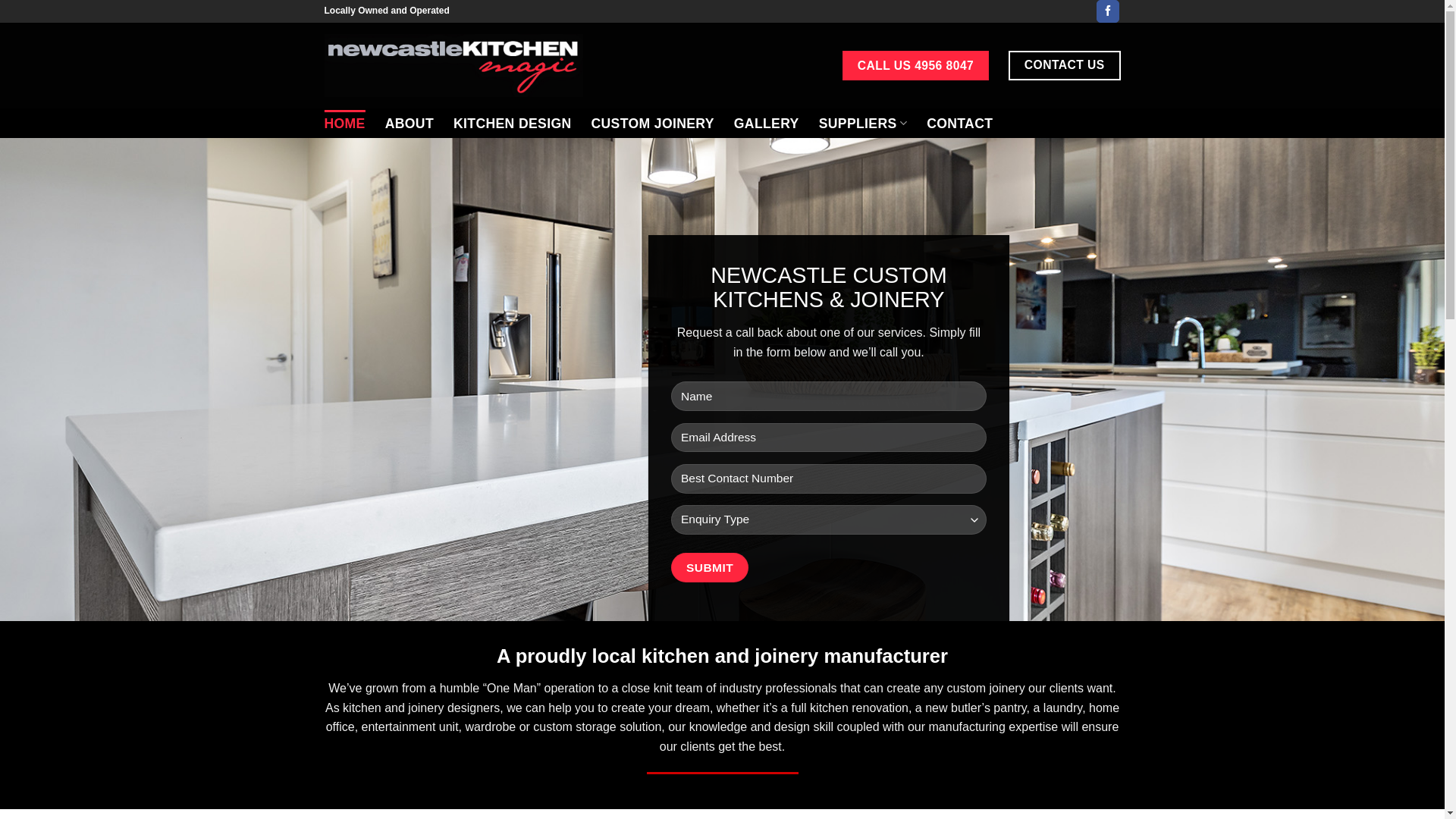 The width and height of the screenshot is (1456, 819). Describe the element at coordinates (344, 122) in the screenshot. I see `'HOME'` at that location.